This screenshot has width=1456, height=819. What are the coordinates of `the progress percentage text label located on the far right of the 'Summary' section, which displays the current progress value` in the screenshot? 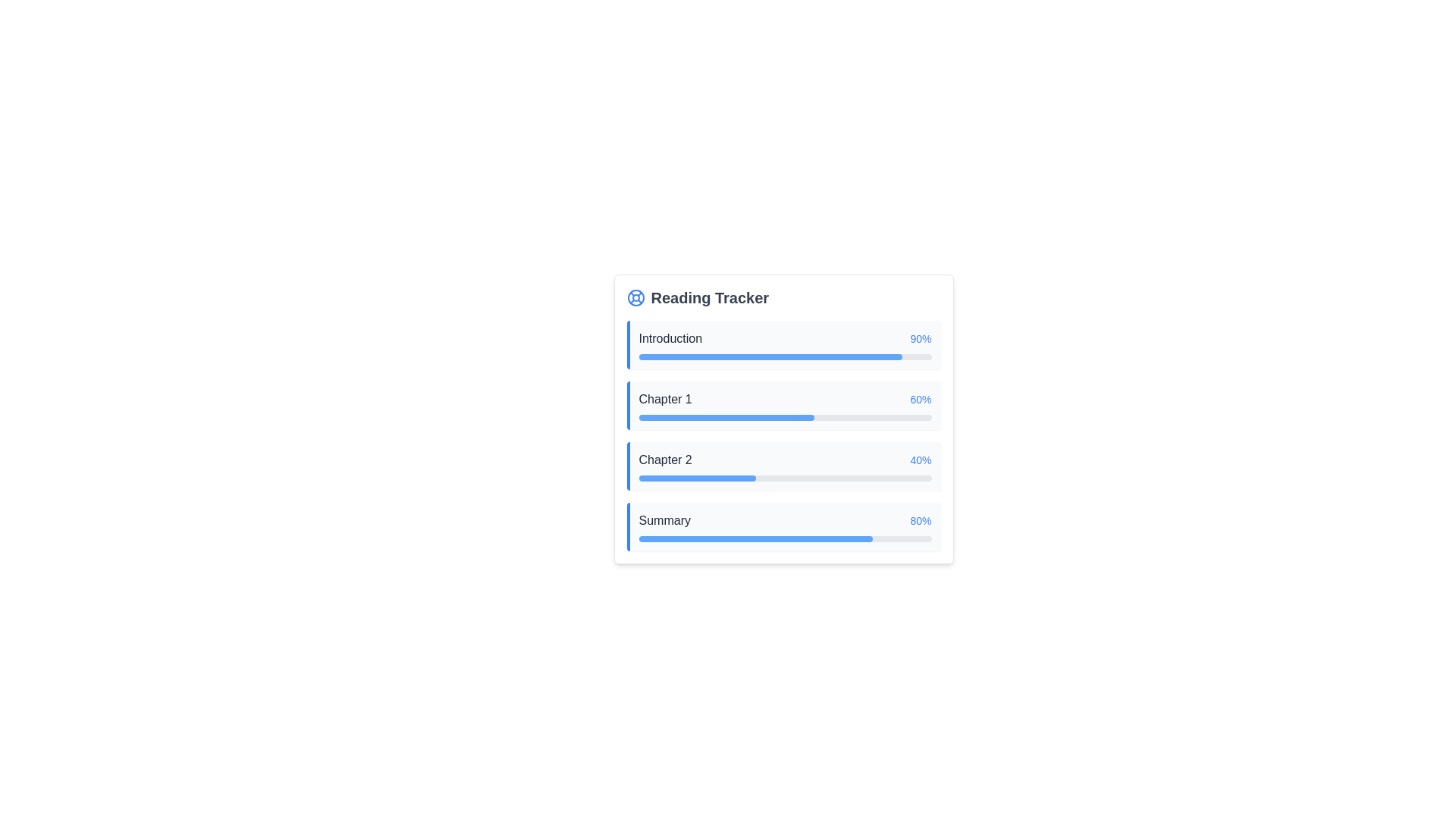 It's located at (920, 519).